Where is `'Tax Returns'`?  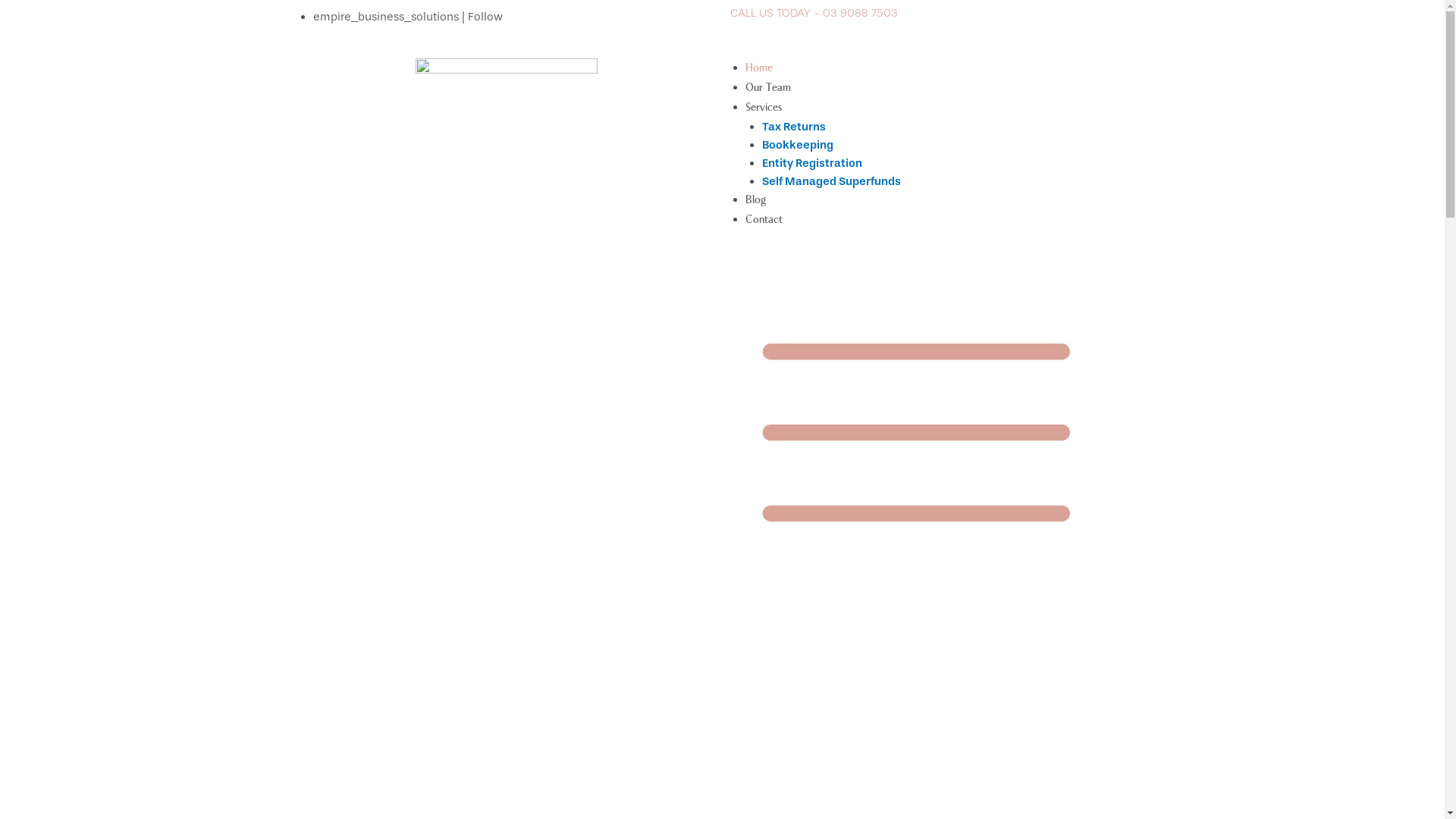
'Tax Returns' is located at coordinates (792, 125).